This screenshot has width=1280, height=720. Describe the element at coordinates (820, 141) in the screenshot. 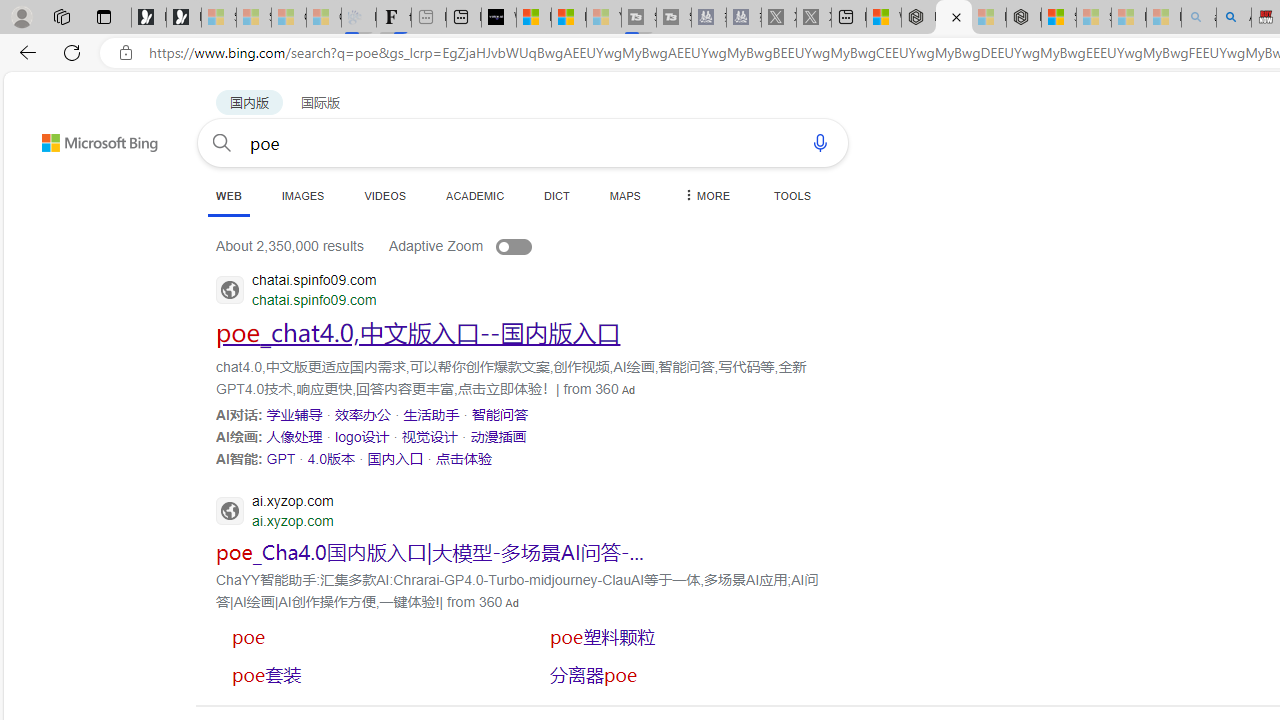

I see `'Search using voice'` at that location.